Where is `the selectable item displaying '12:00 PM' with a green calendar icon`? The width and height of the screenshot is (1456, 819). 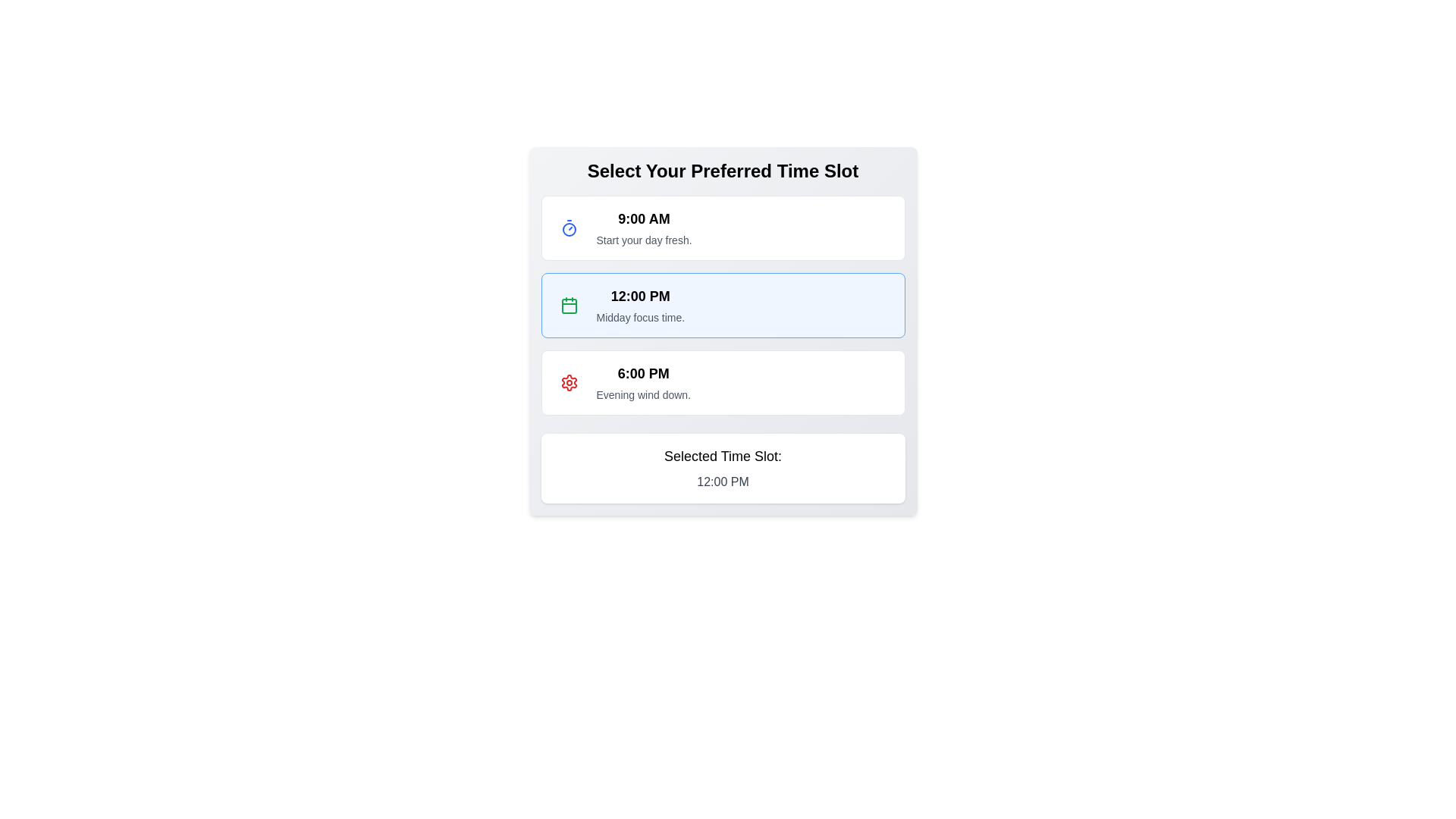 the selectable item displaying '12:00 PM' with a green calendar icon is located at coordinates (722, 330).